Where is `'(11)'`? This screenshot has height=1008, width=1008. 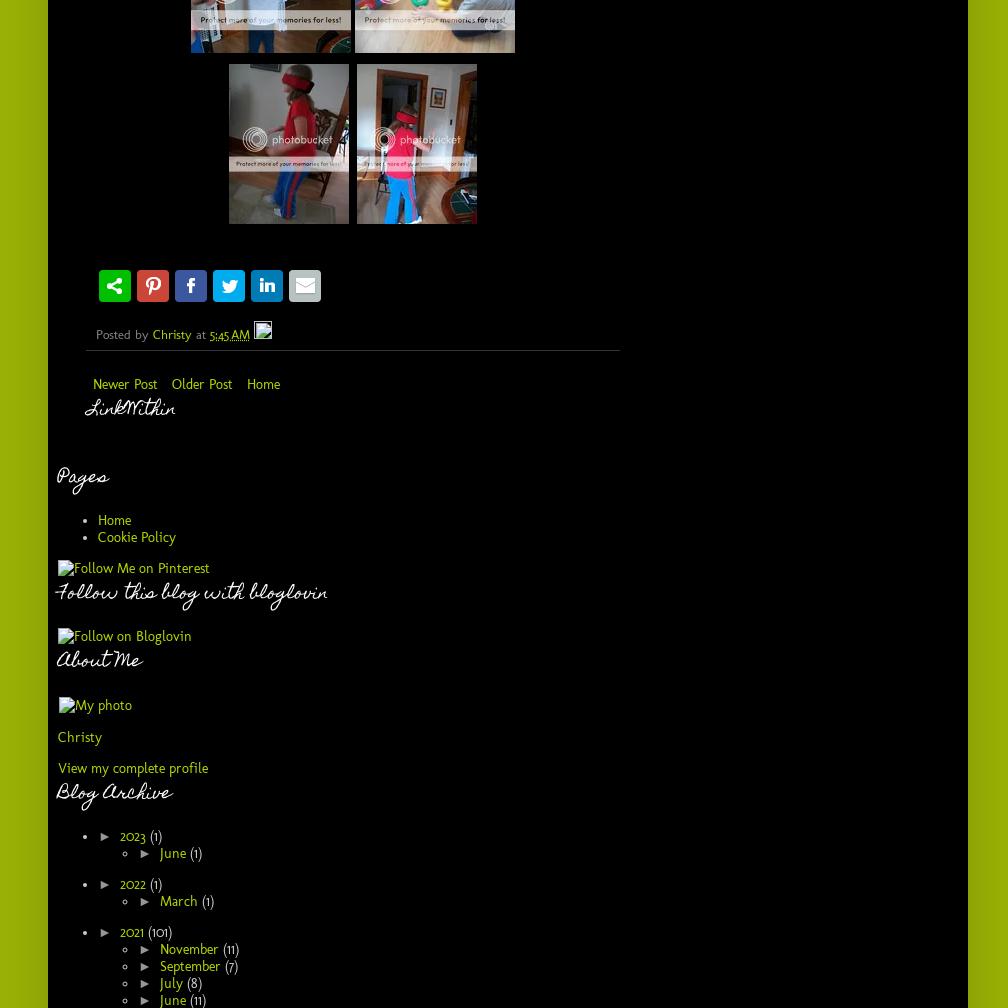 '(11)' is located at coordinates (230, 948).